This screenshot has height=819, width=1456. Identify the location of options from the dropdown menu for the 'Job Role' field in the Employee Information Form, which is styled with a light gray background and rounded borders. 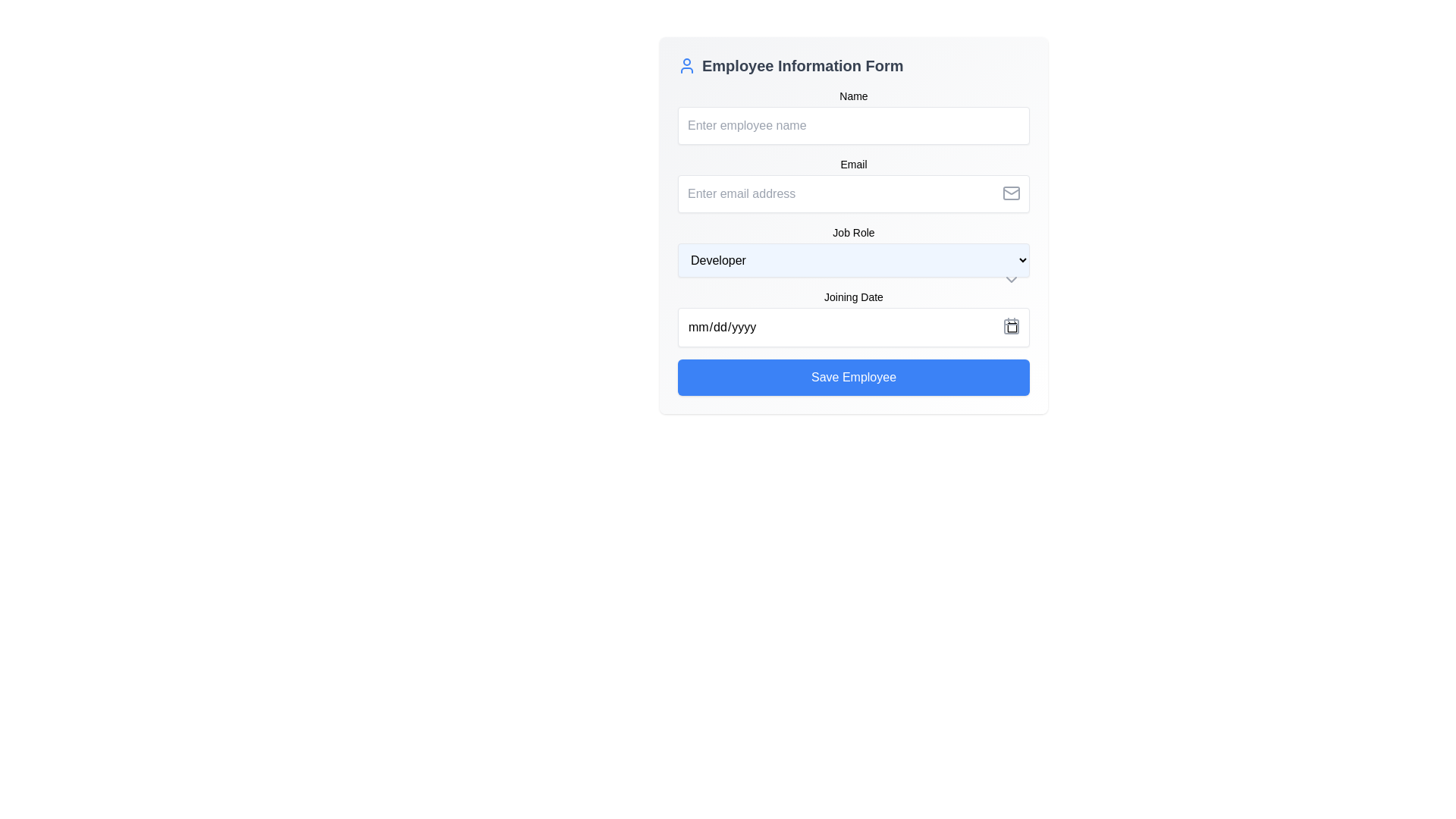
(854, 241).